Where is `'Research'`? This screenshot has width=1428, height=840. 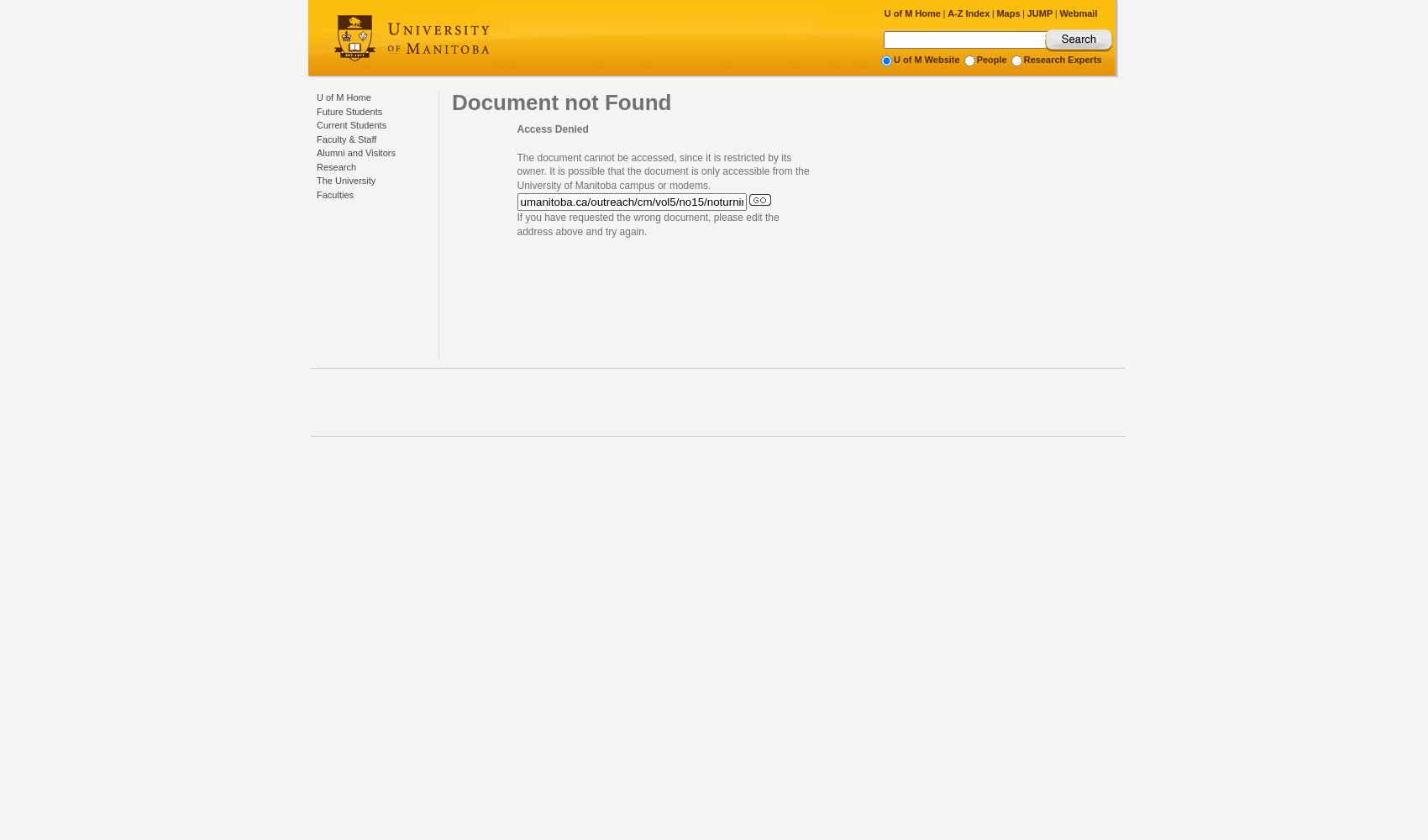
'Research' is located at coordinates (335, 165).